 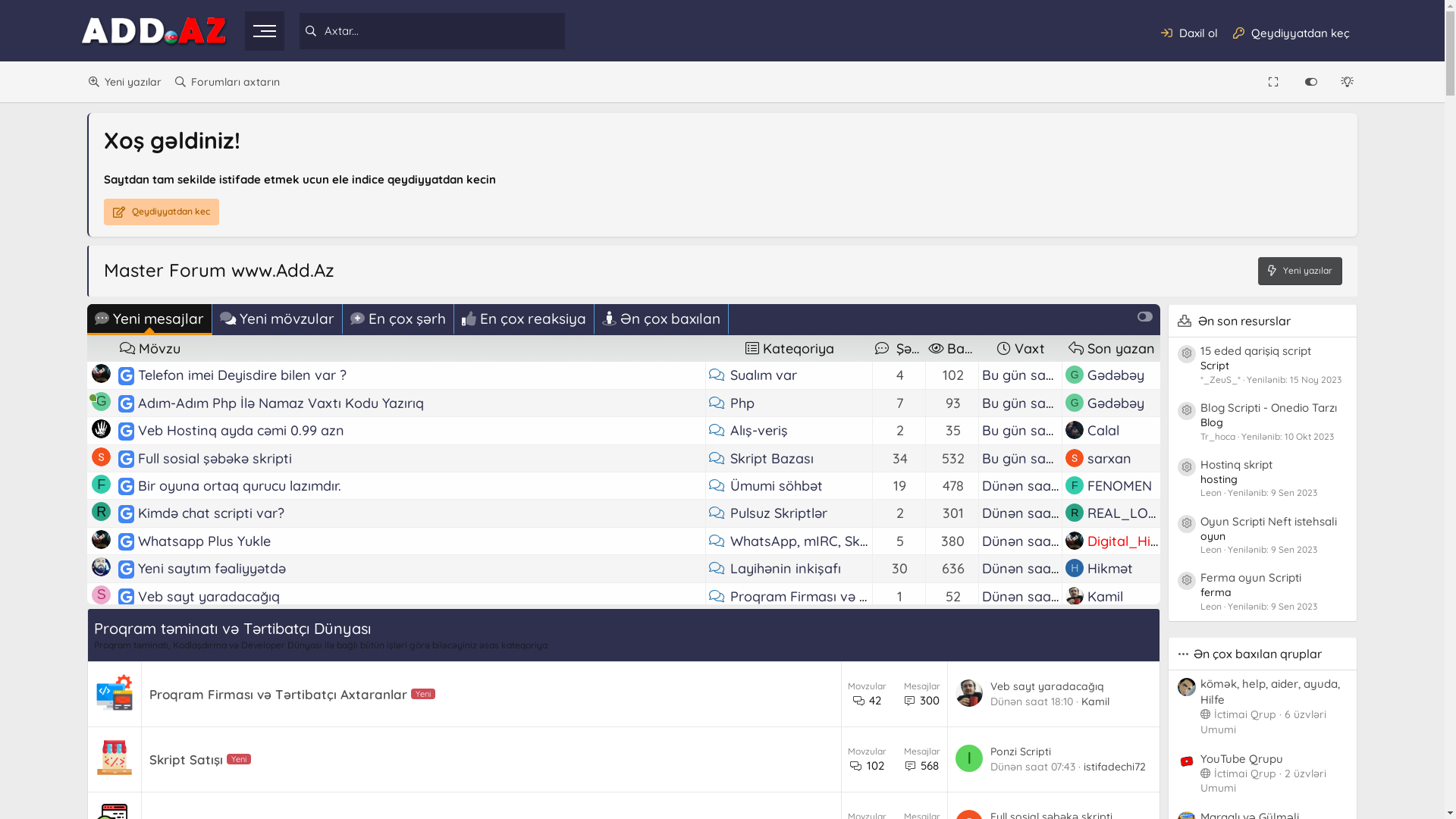 What do you see at coordinates (1269, 520) in the screenshot?
I see `'Oyun Scripti Neft istehsali'` at bounding box center [1269, 520].